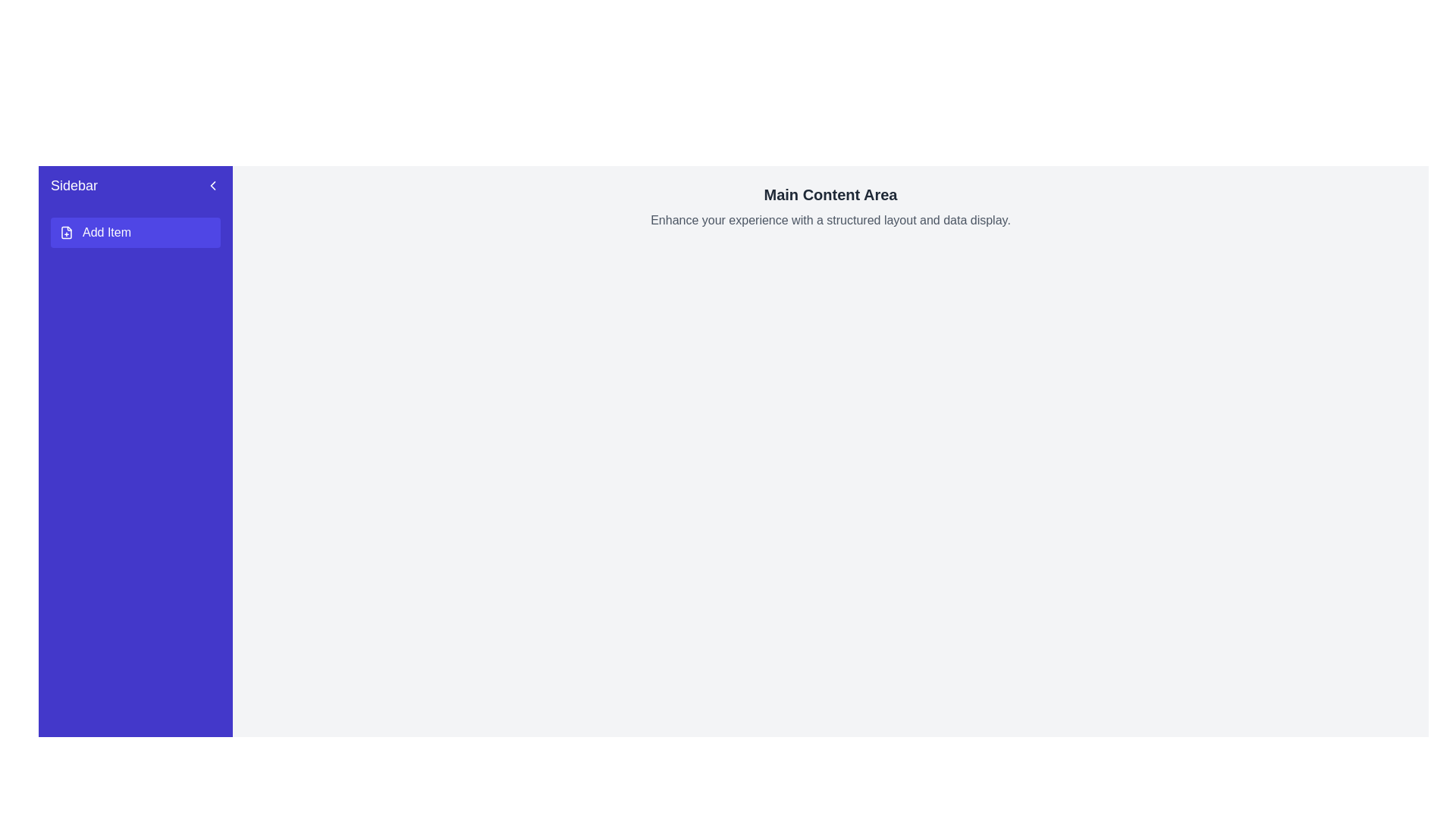 The width and height of the screenshot is (1456, 819). I want to click on the left-pointing chevron icon button located at the top-right corner of the vertical sidebar, adjacent to the 'Sidebar' text, so click(212, 185).